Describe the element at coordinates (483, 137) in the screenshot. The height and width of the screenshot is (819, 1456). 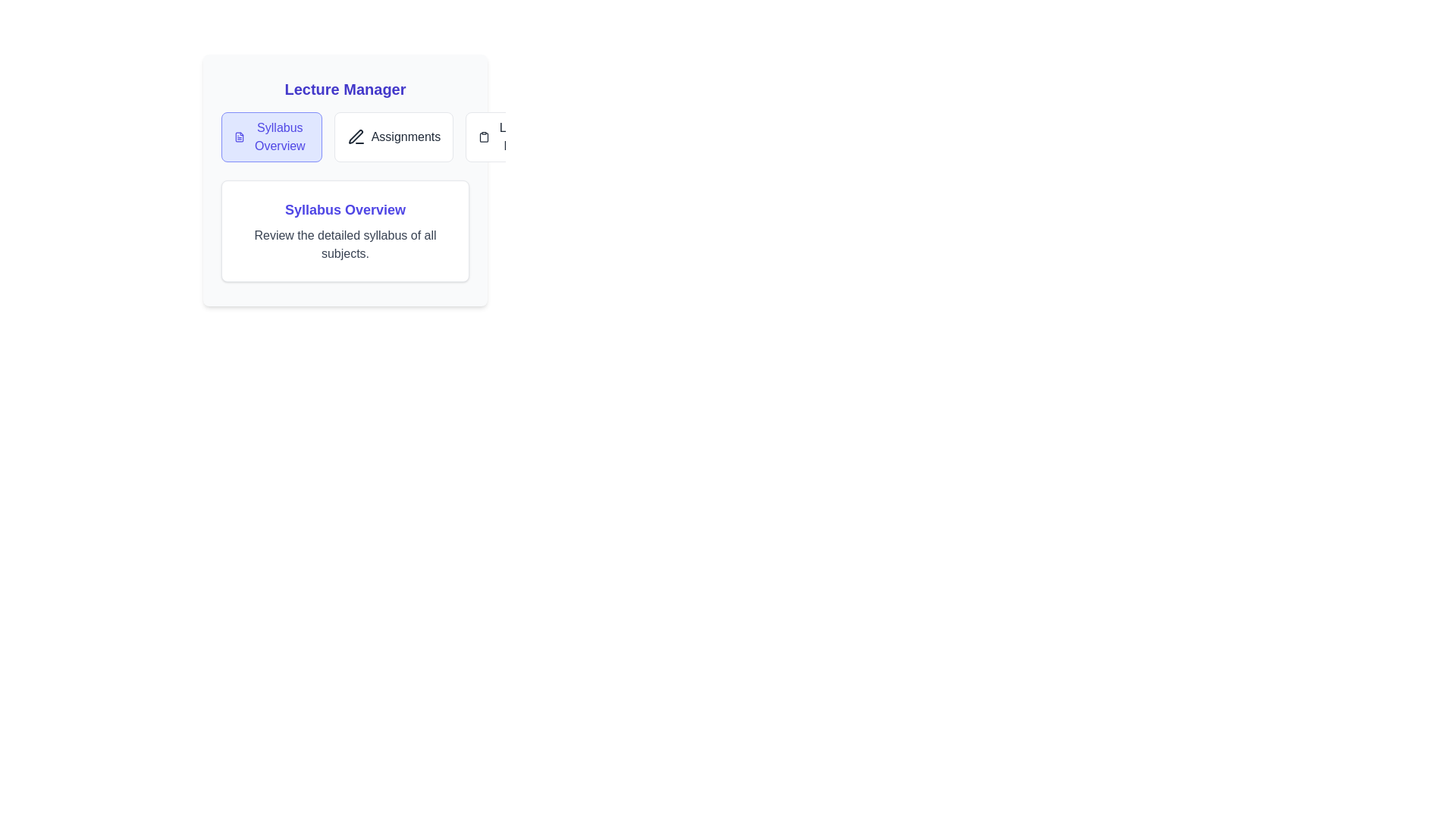
I see `the clipboard icon located on the right-hand side of the box containing 'Syllabus Overview' and 'Assignments', which serves as a visual cue for copying or referencing information` at that location.